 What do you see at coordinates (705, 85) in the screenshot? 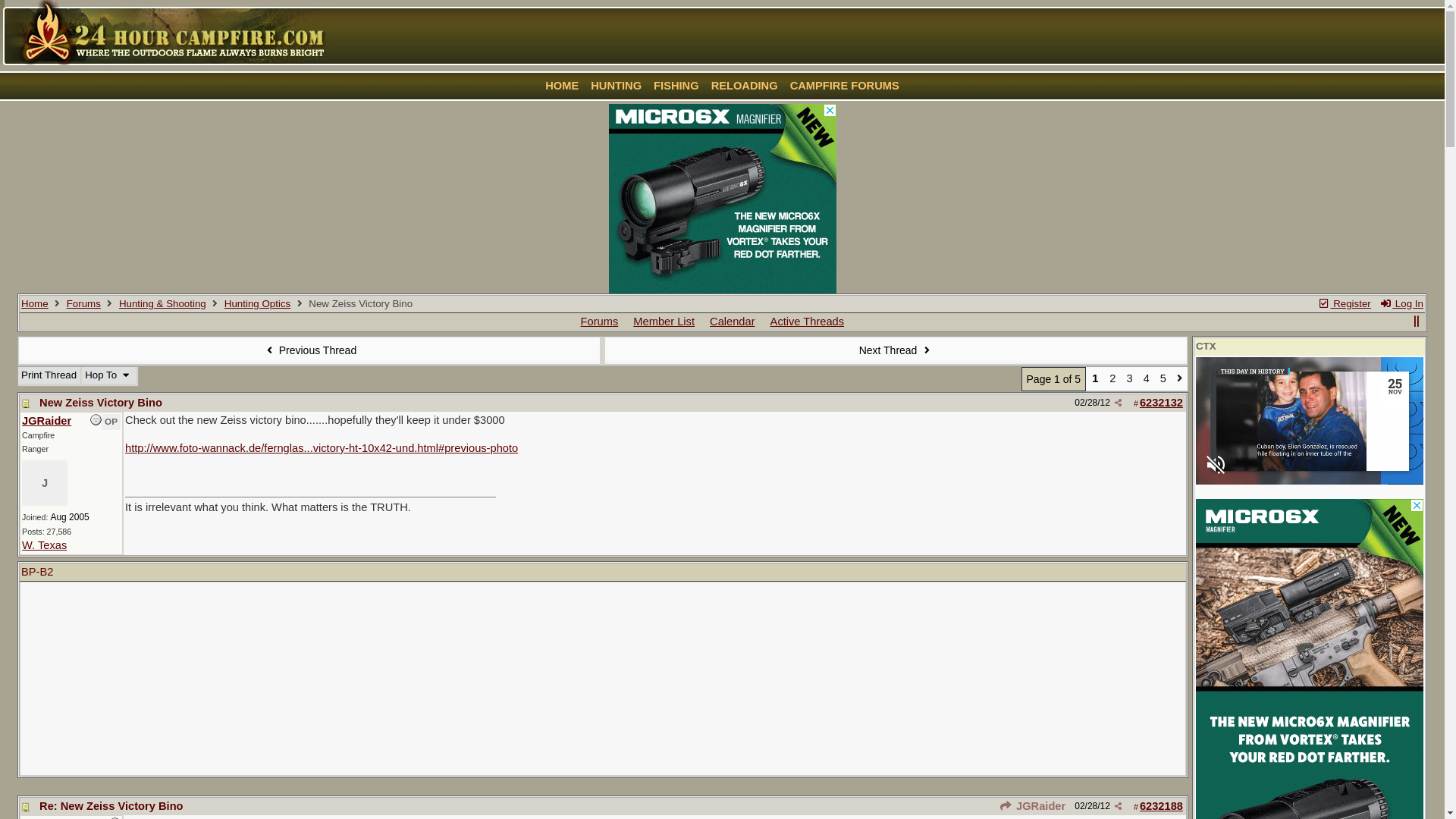
I see `'RELOADING'` at bounding box center [705, 85].